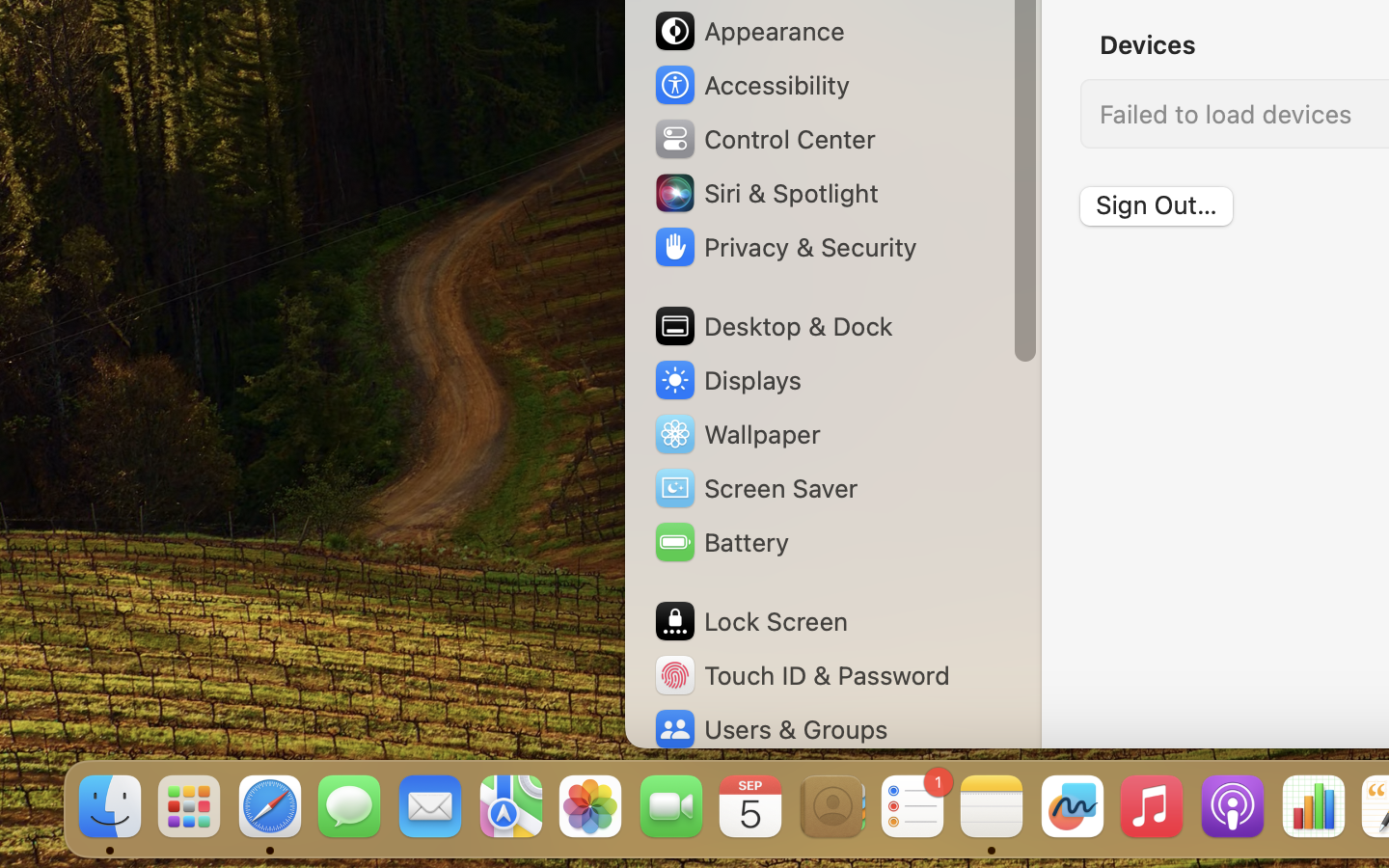 Image resolution: width=1389 pixels, height=868 pixels. Describe the element at coordinates (802, 674) in the screenshot. I see `'Touch ID & Password'` at that location.